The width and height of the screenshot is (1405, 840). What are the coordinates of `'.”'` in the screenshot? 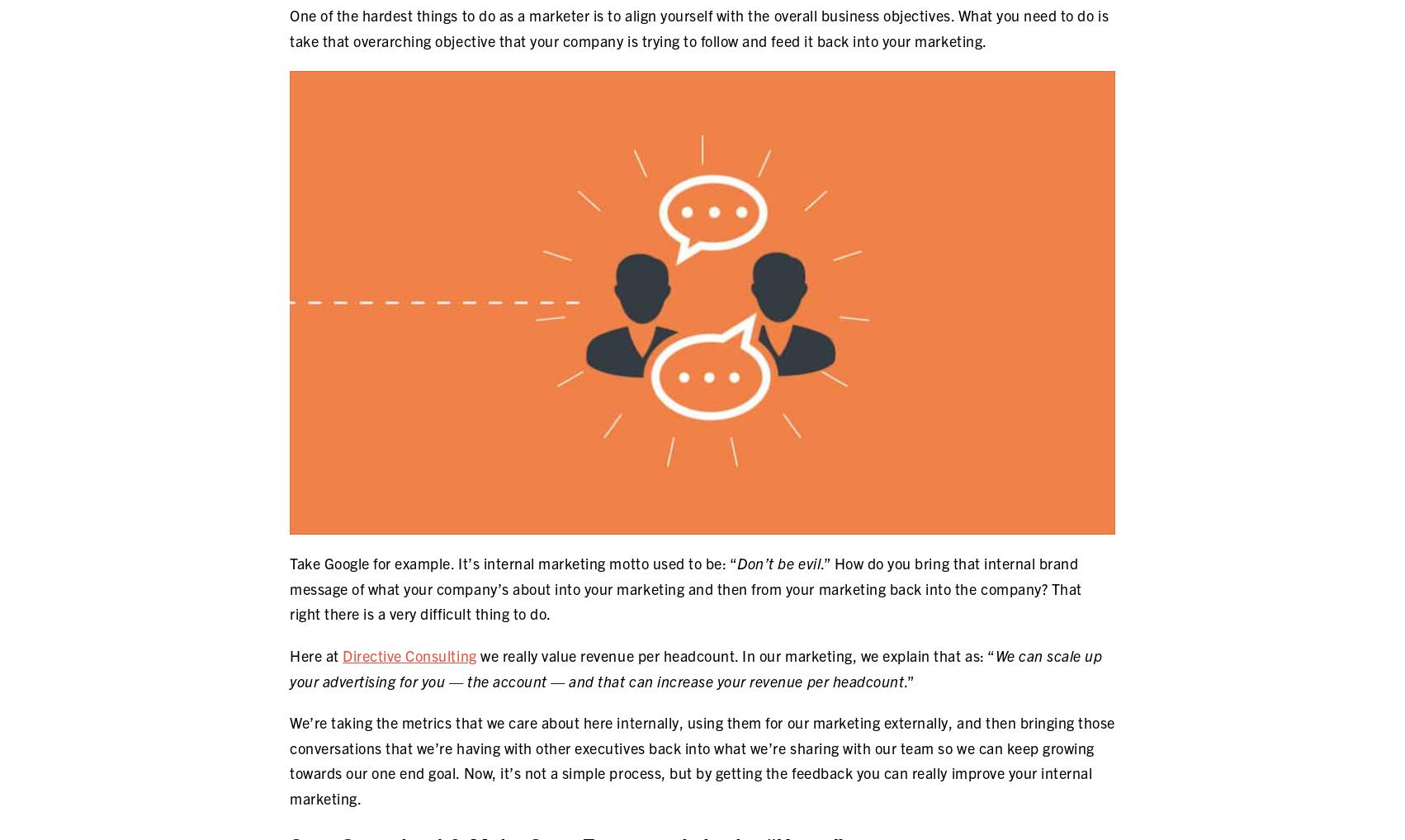 It's located at (903, 679).